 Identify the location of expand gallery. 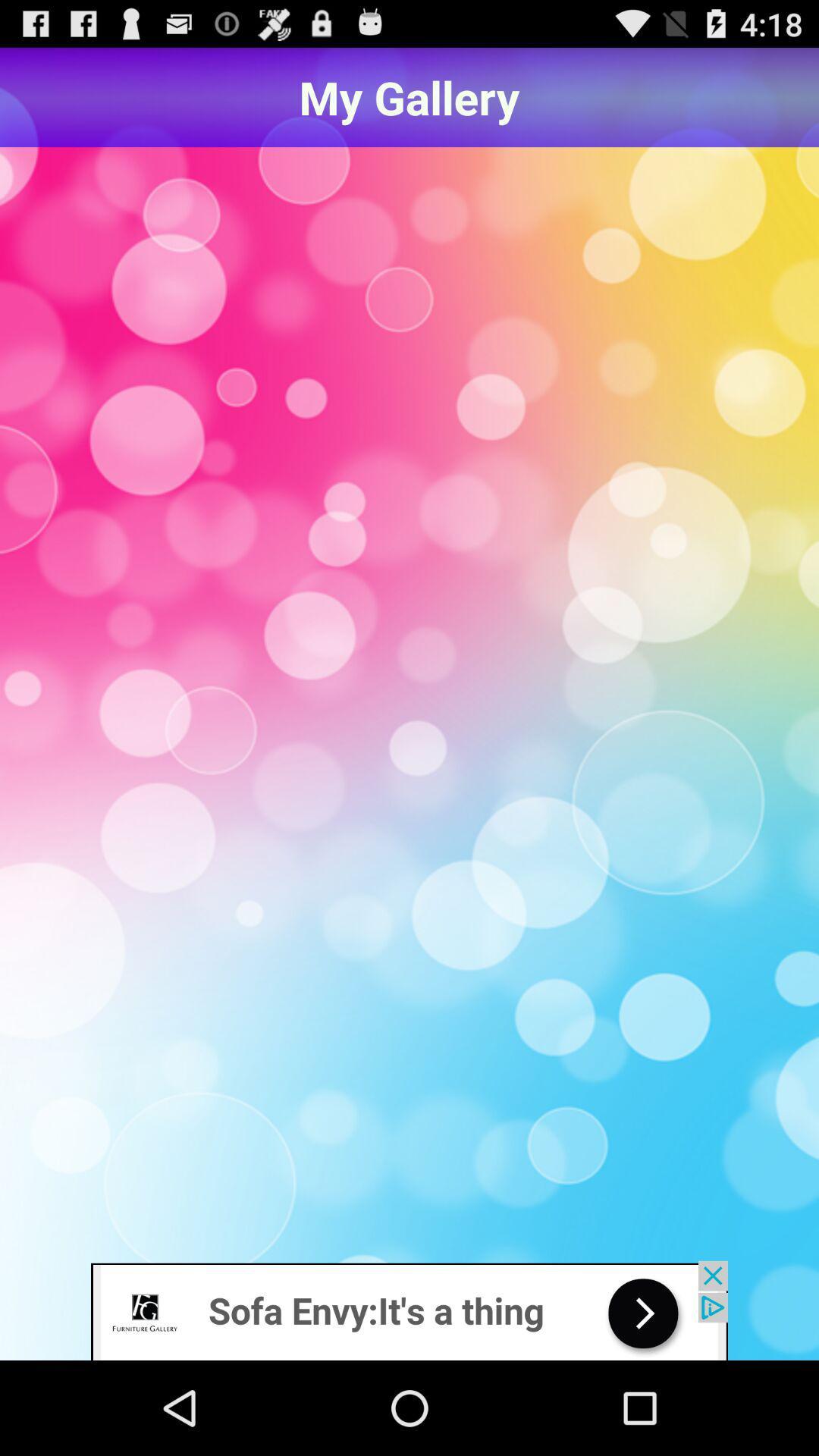
(409, 705).